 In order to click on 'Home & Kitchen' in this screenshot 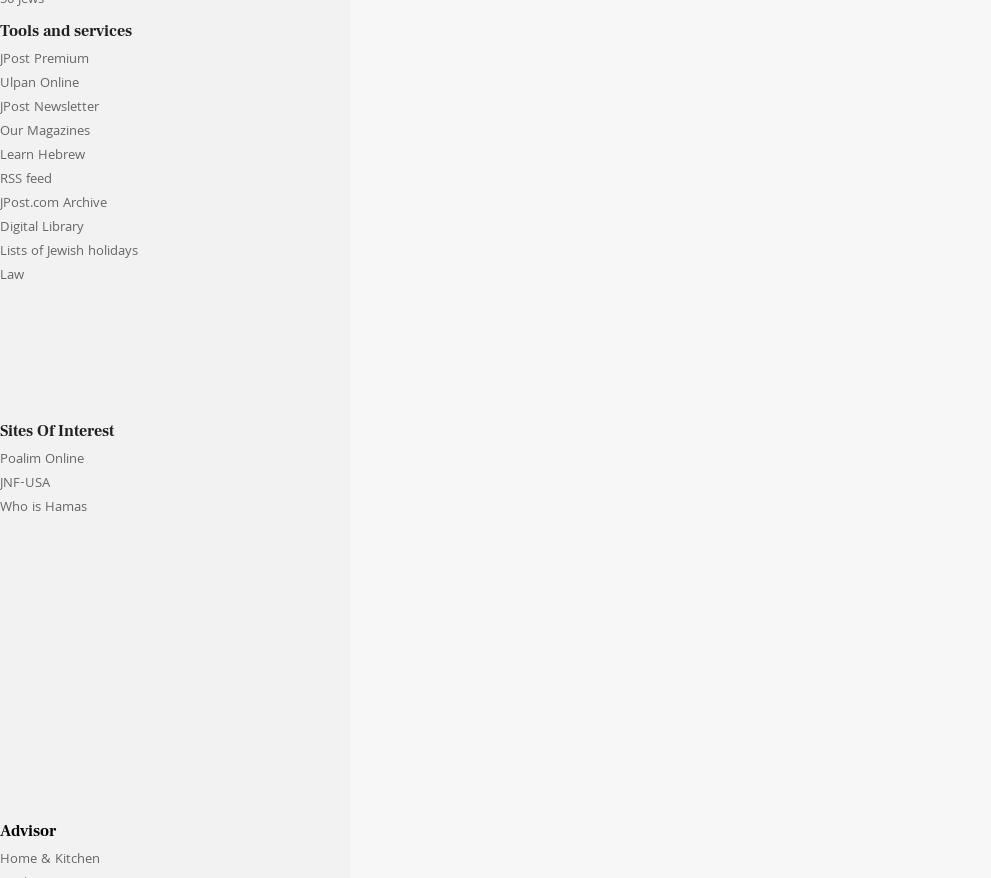, I will do `click(50, 860)`.